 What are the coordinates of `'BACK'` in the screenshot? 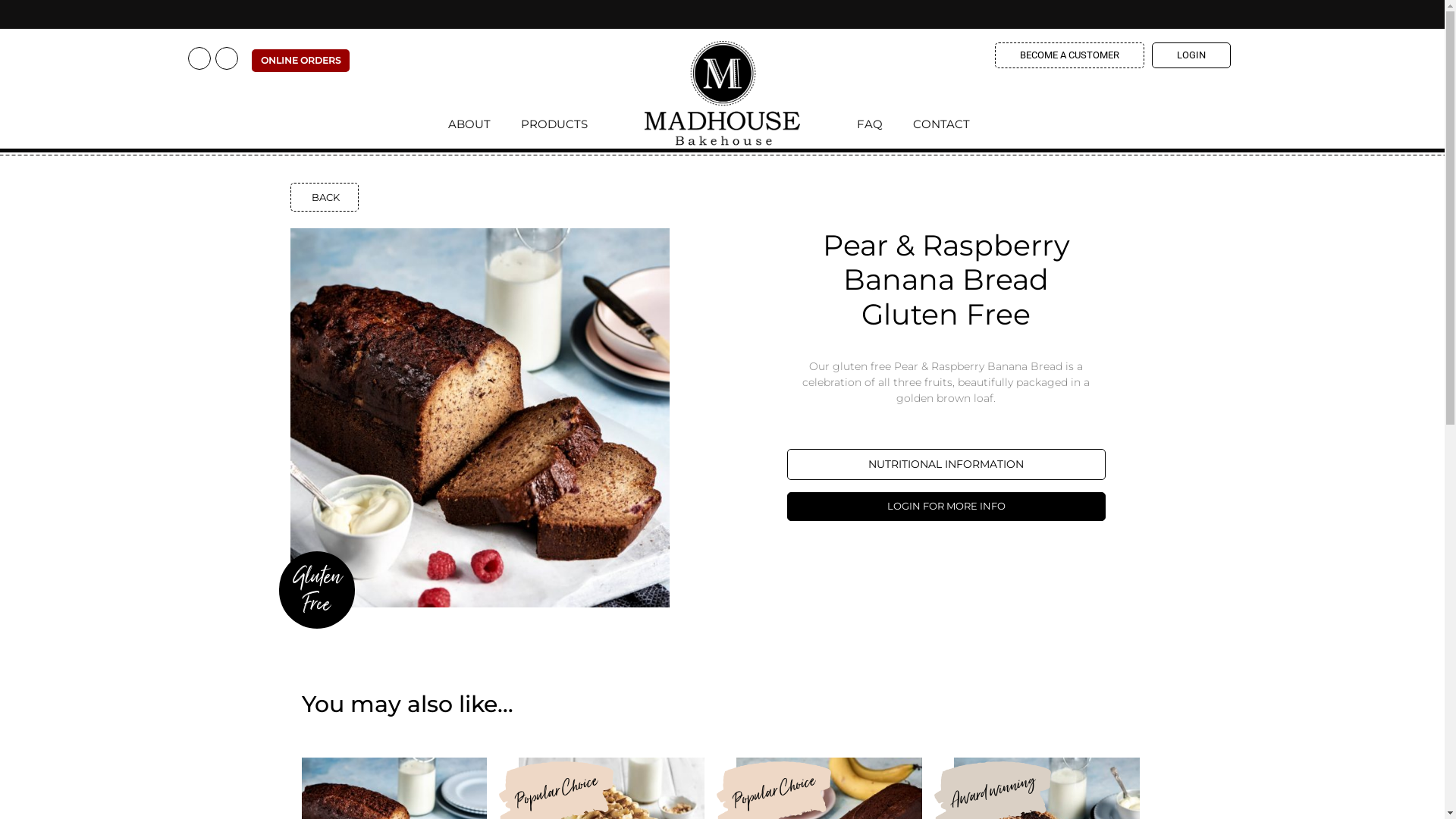 It's located at (323, 196).